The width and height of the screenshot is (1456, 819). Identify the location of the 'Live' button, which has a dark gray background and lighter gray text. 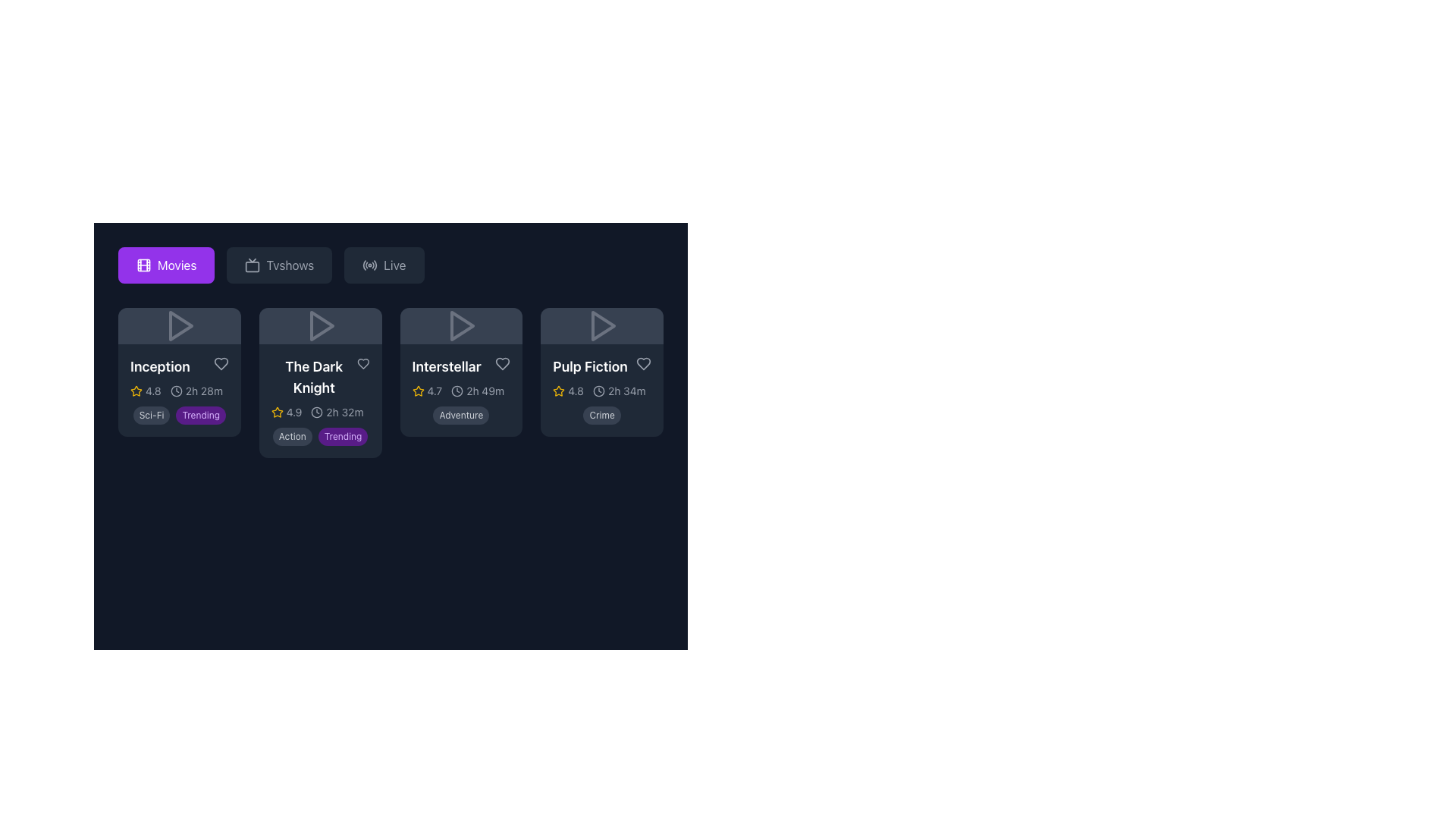
(384, 265).